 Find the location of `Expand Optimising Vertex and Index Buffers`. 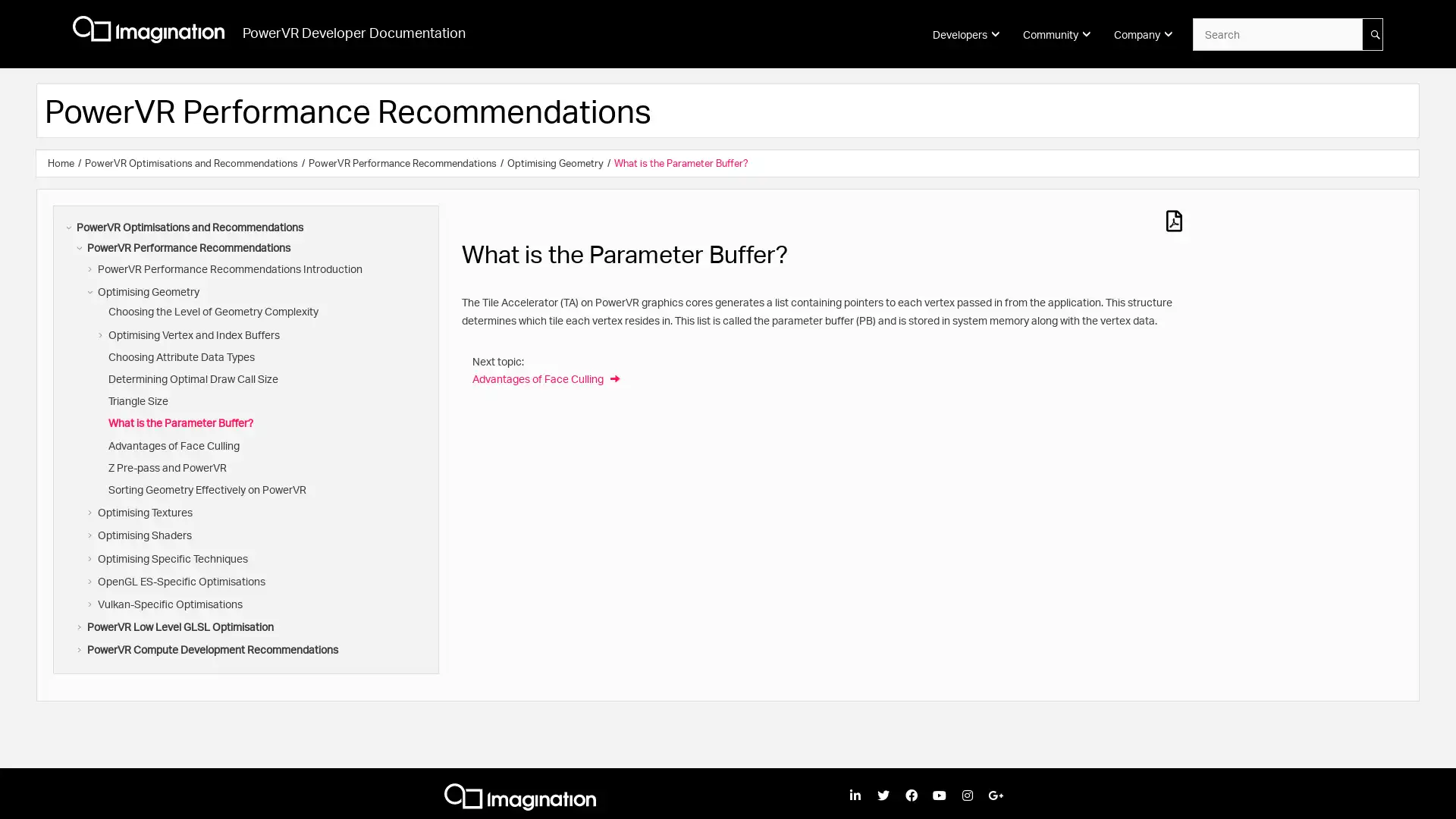

Expand Optimising Vertex and Index Buffers is located at coordinates (101, 334).